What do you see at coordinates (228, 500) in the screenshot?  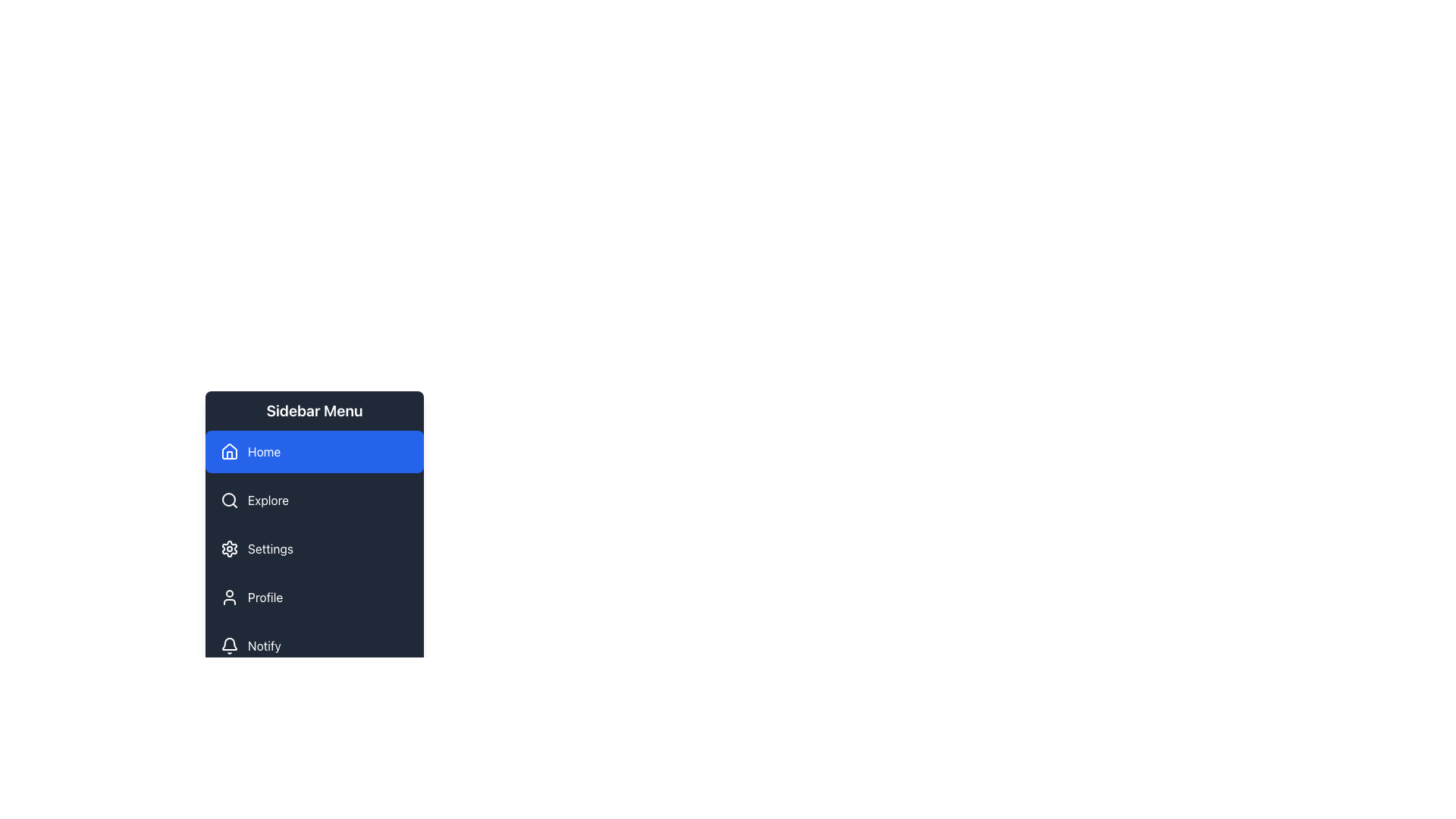 I see `the Search Icon located to the left of the 'Explore' text in the sidebar menu` at bounding box center [228, 500].